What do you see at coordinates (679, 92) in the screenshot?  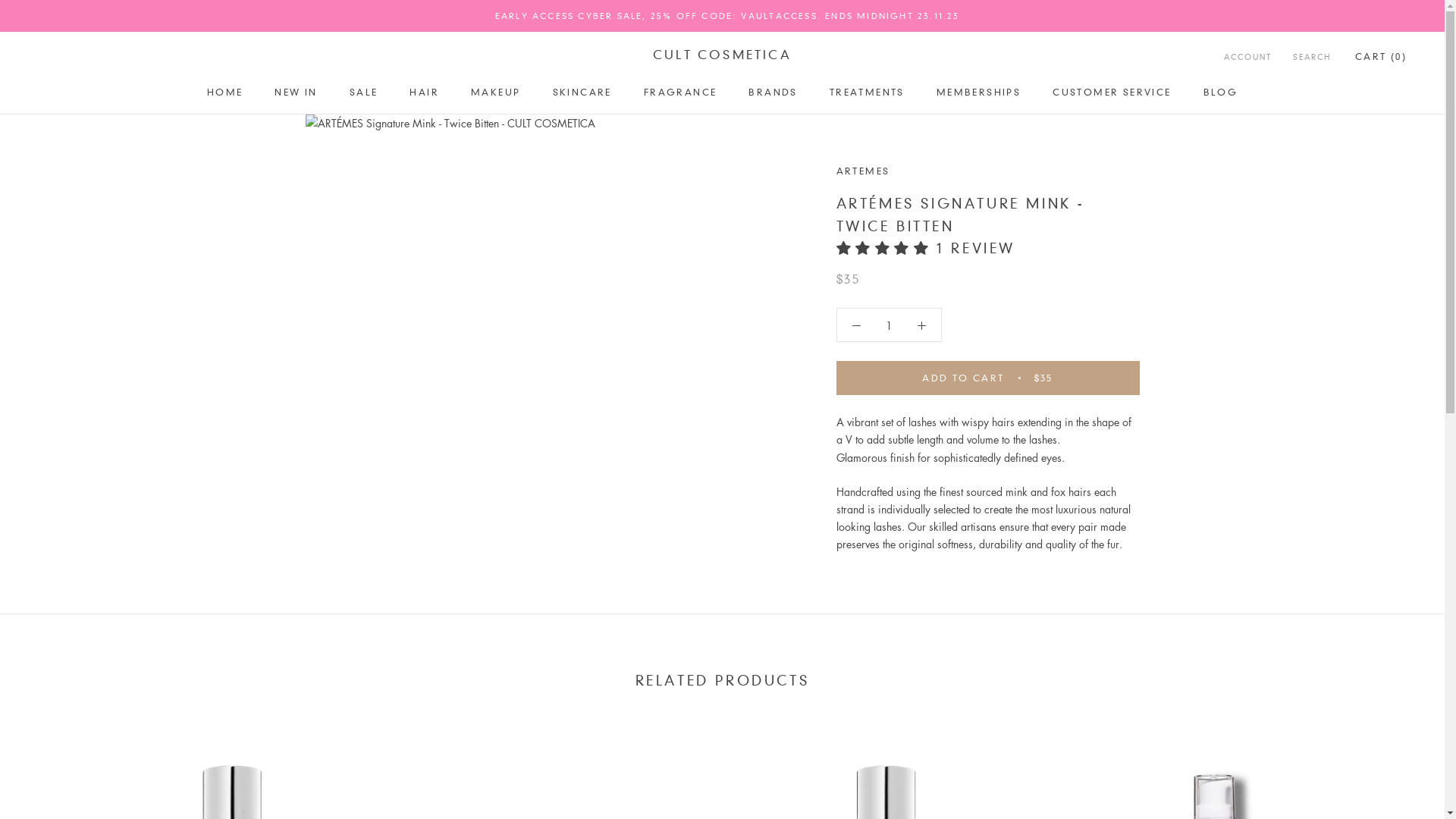 I see `'FRAGRANCE'` at bounding box center [679, 92].